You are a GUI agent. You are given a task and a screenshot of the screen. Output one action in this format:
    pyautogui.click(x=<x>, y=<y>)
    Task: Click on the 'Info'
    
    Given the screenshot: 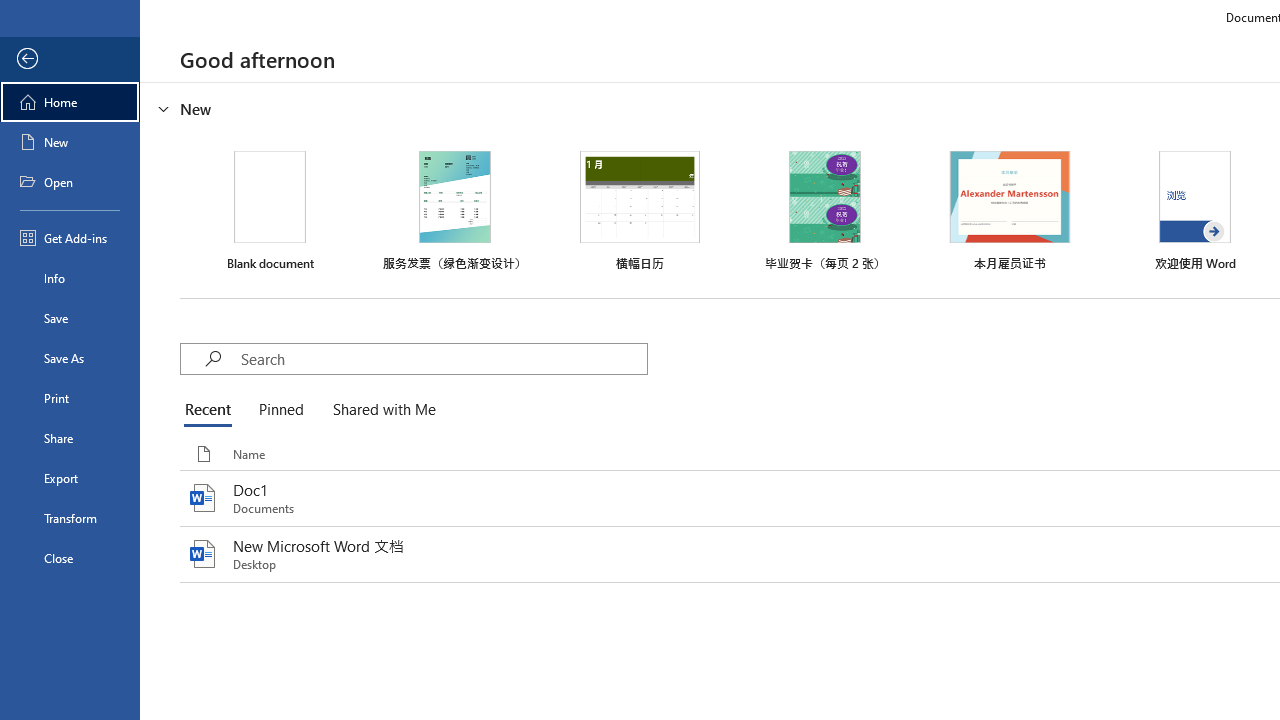 What is the action you would take?
    pyautogui.click(x=69, y=277)
    